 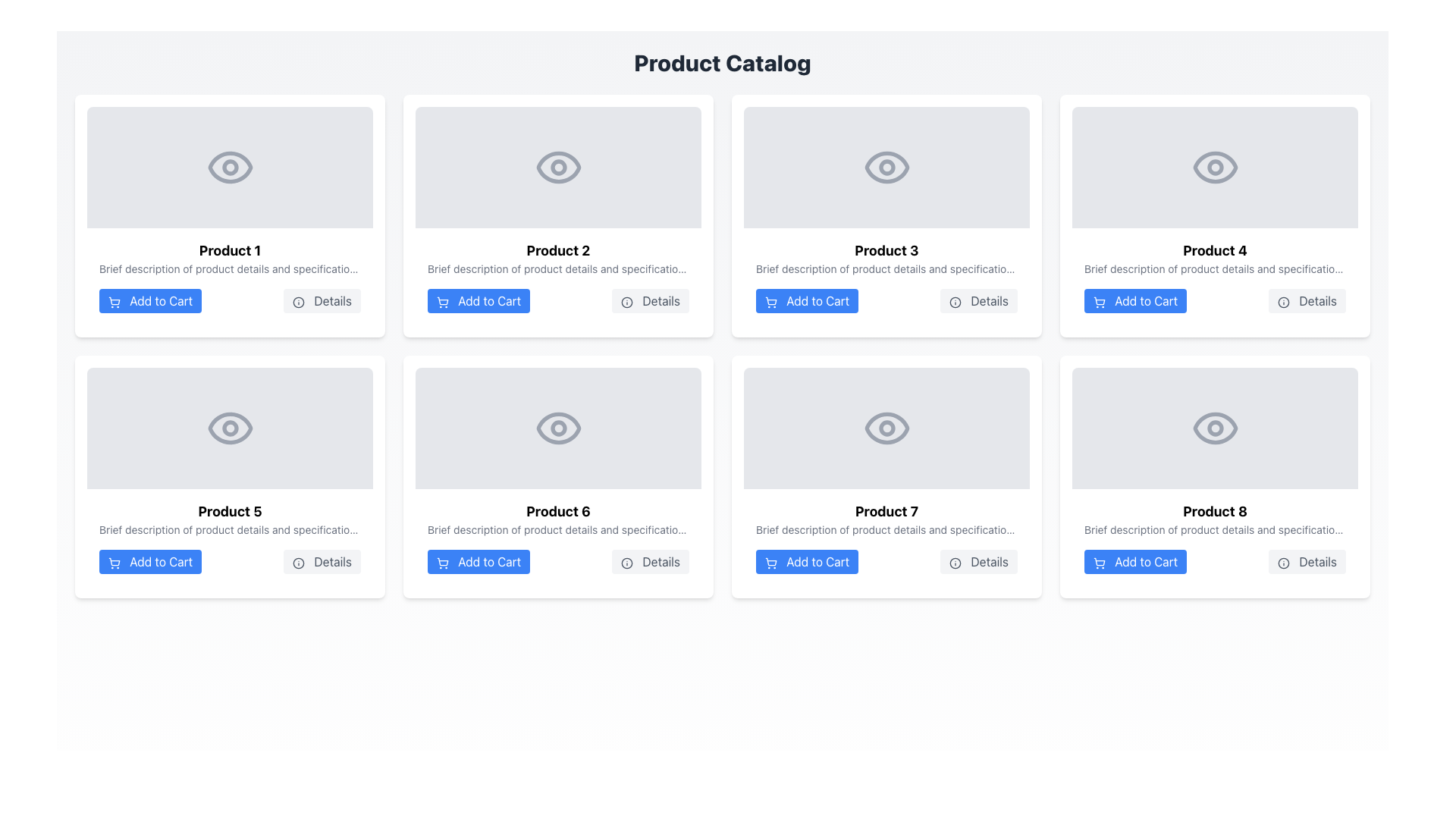 What do you see at coordinates (1283, 563) in the screenshot?
I see `the 'Details' button icon located at the bottom-right corner of the 'Product 8' card` at bounding box center [1283, 563].